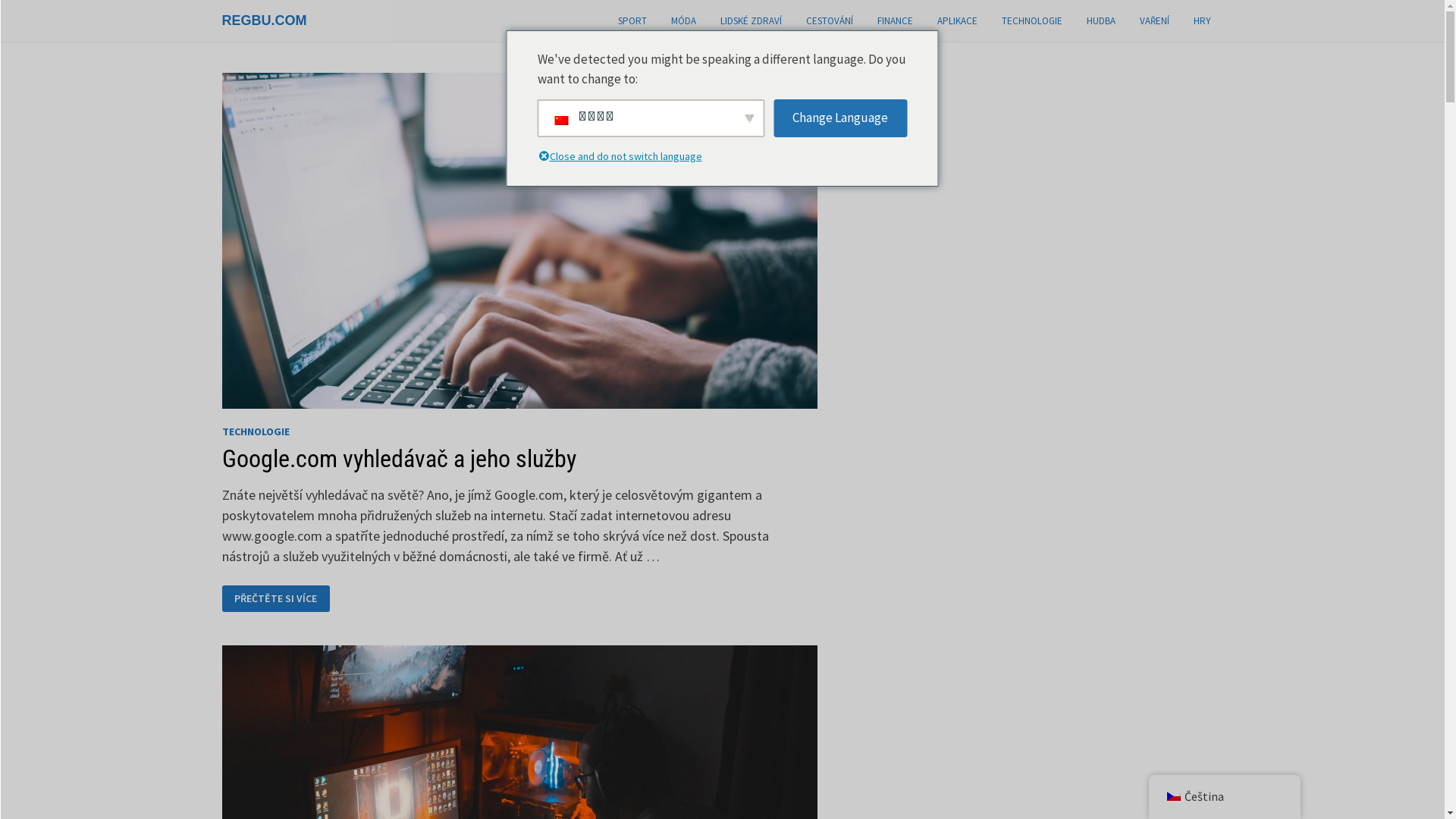 This screenshot has height=819, width=1456. I want to click on 'REGBU.COM', so click(263, 20).